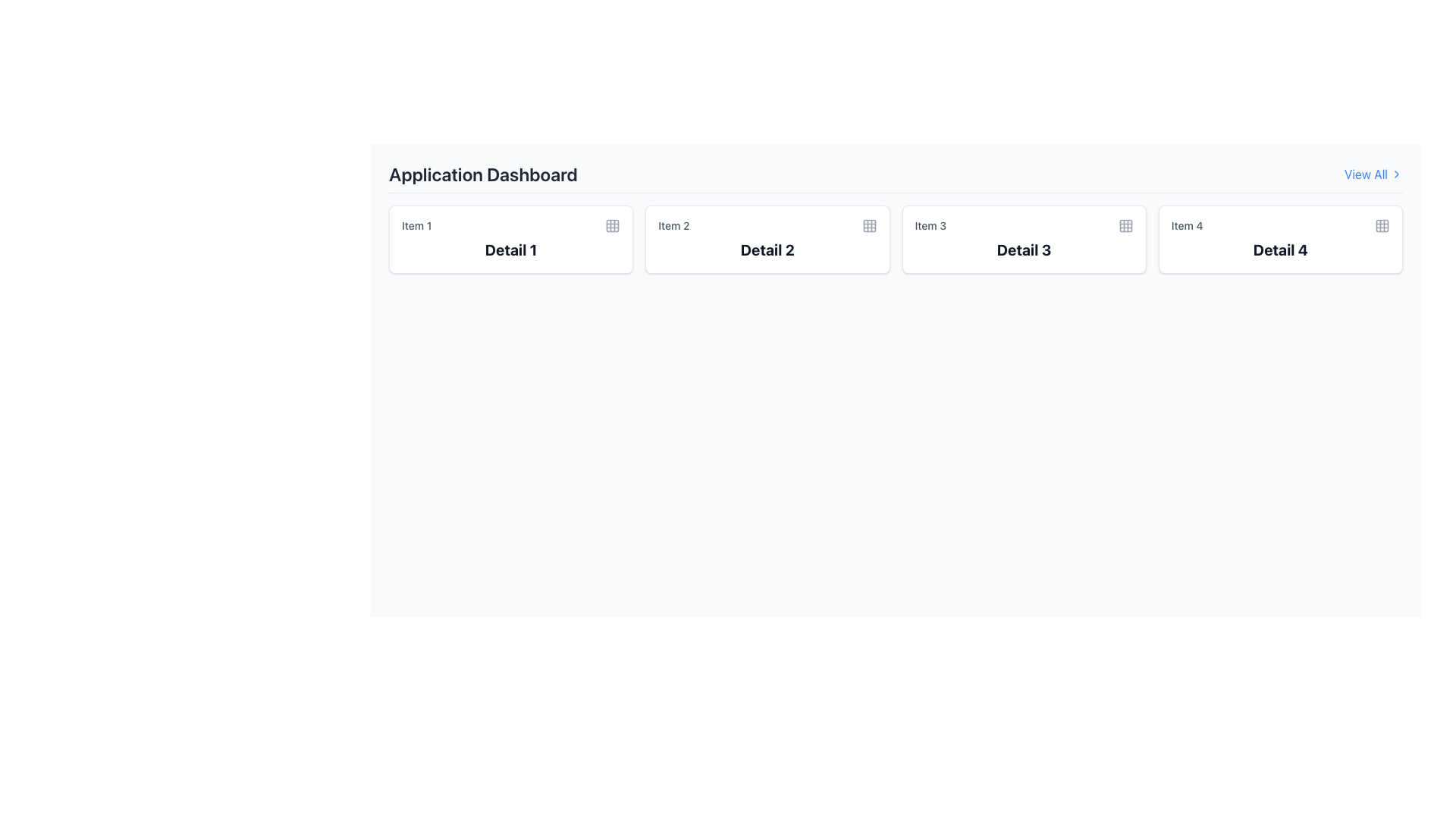 Image resolution: width=1456 pixels, height=819 pixels. I want to click on the top-left rectangle of the SVG grid icon located next to the 'Detail 3' label in the card layout, so click(1125, 225).